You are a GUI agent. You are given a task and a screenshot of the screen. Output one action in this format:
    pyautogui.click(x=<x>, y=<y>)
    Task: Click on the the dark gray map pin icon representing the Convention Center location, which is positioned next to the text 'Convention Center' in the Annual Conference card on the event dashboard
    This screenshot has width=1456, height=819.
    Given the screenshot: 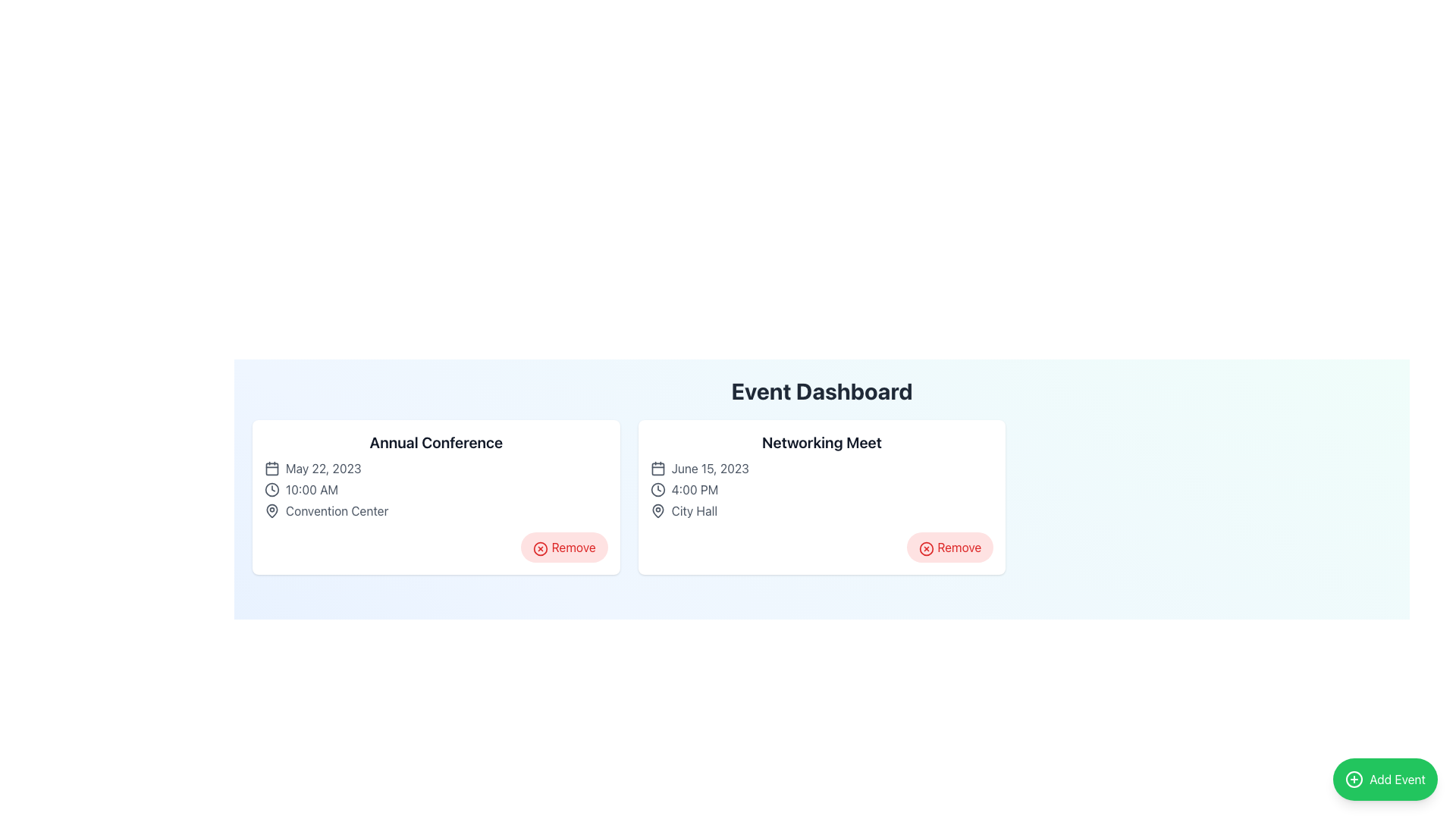 What is the action you would take?
    pyautogui.click(x=272, y=511)
    